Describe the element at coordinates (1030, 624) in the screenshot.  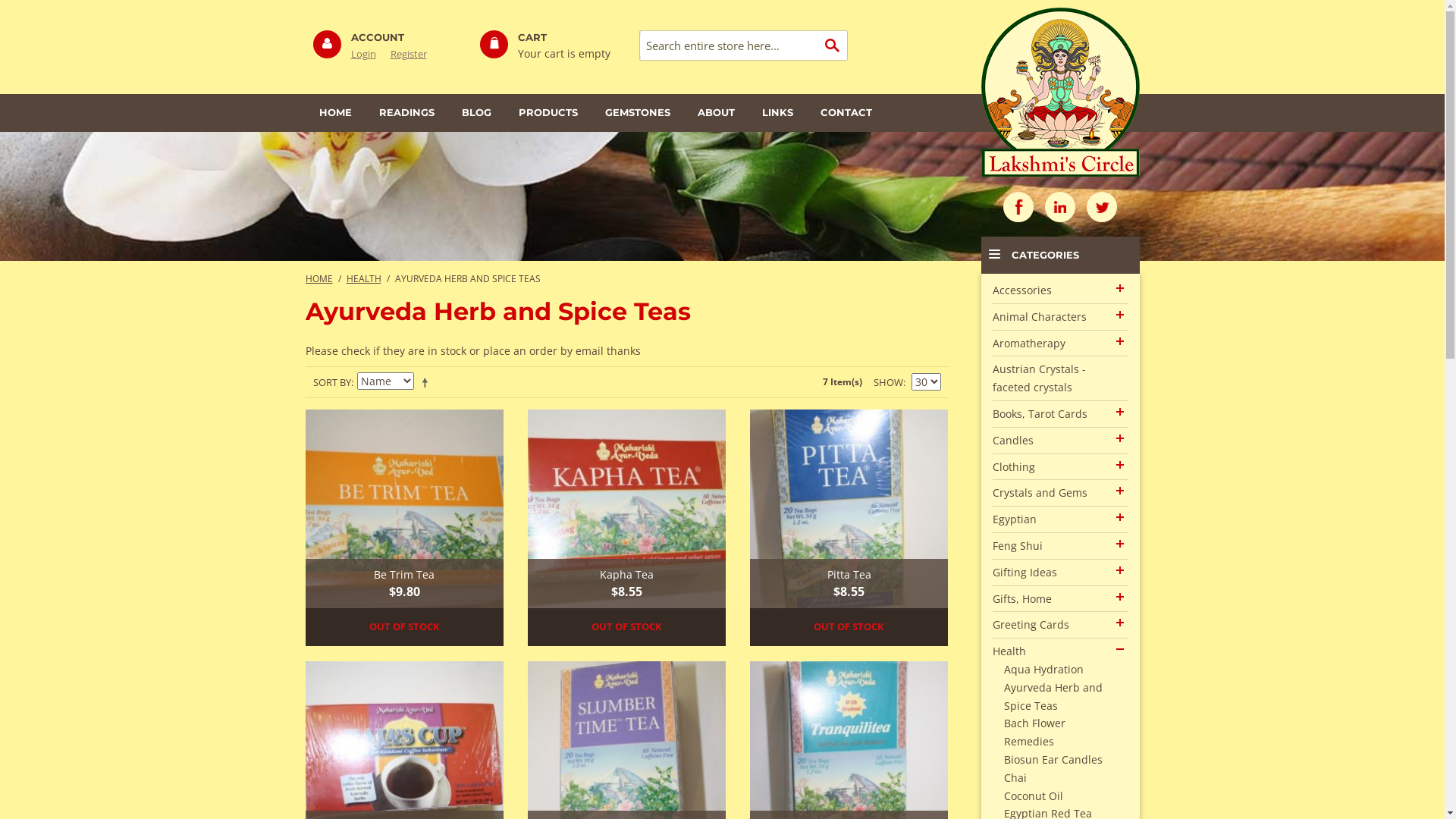
I see `'Greeting Cards'` at that location.